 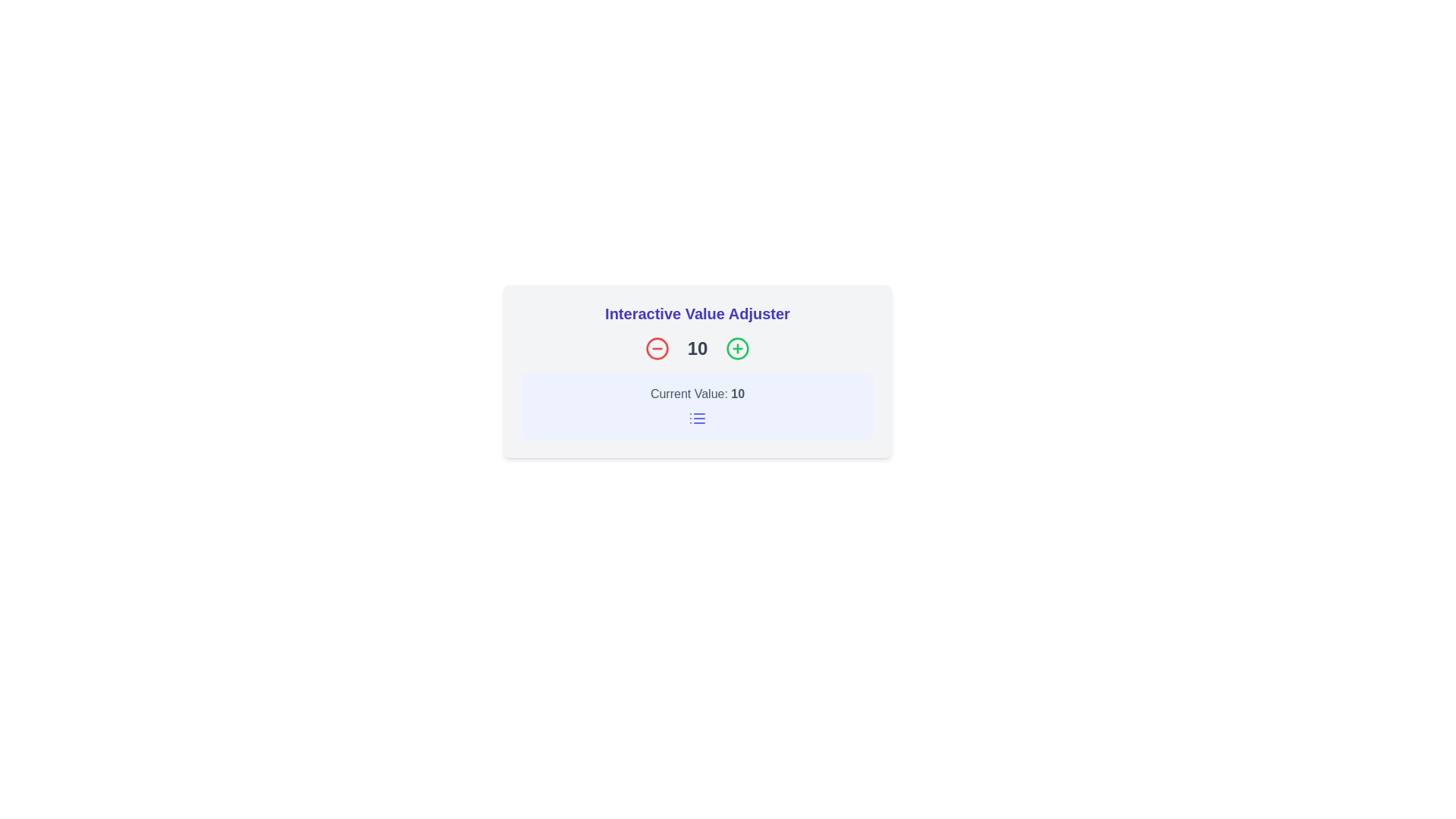 I want to click on the Text Display that shows the current value of the counter, positioned centrally between the minus and plus buttons, so click(x=697, y=348).